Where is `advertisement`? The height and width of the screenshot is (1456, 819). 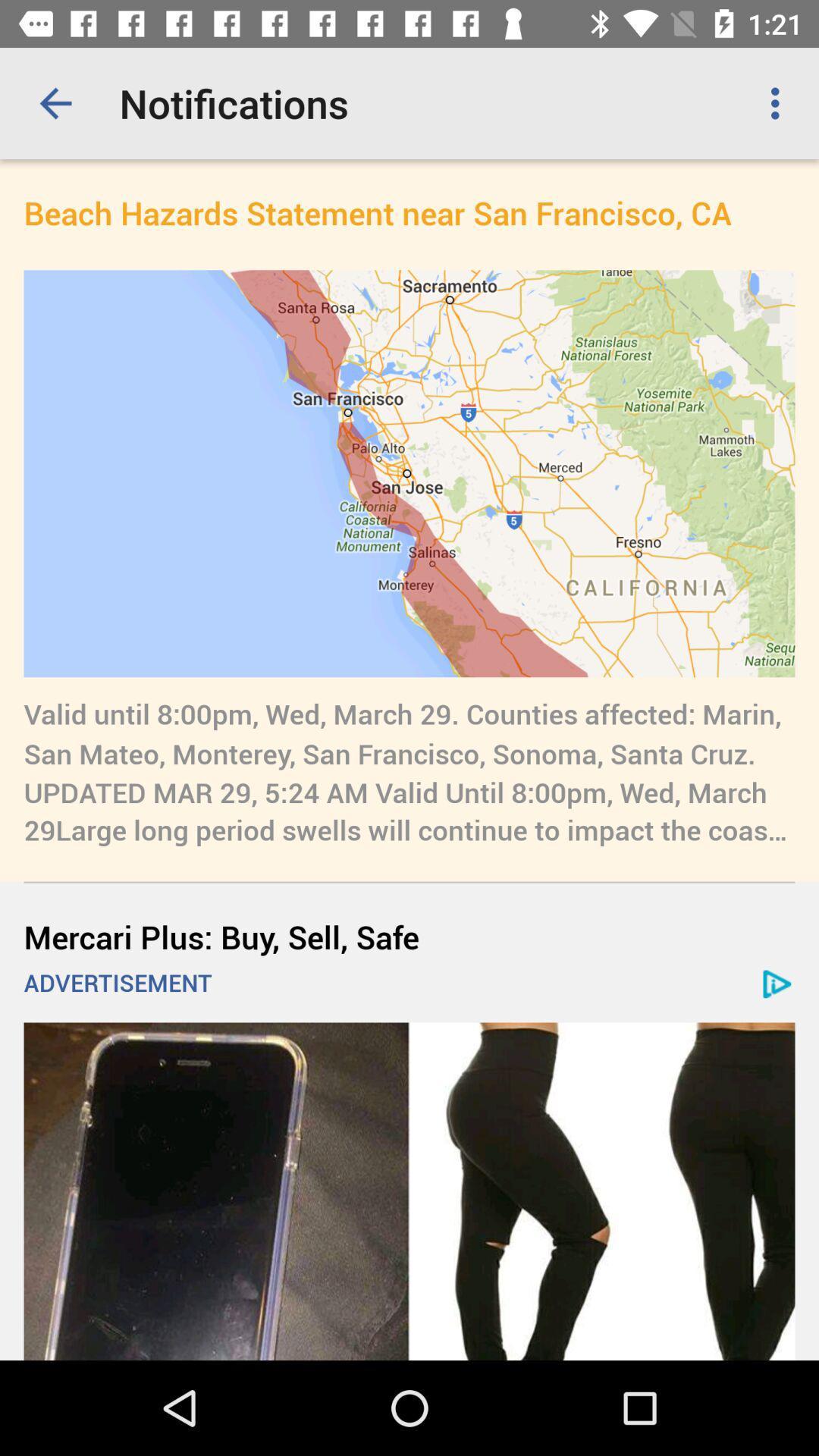
advertisement is located at coordinates (409, 1191).